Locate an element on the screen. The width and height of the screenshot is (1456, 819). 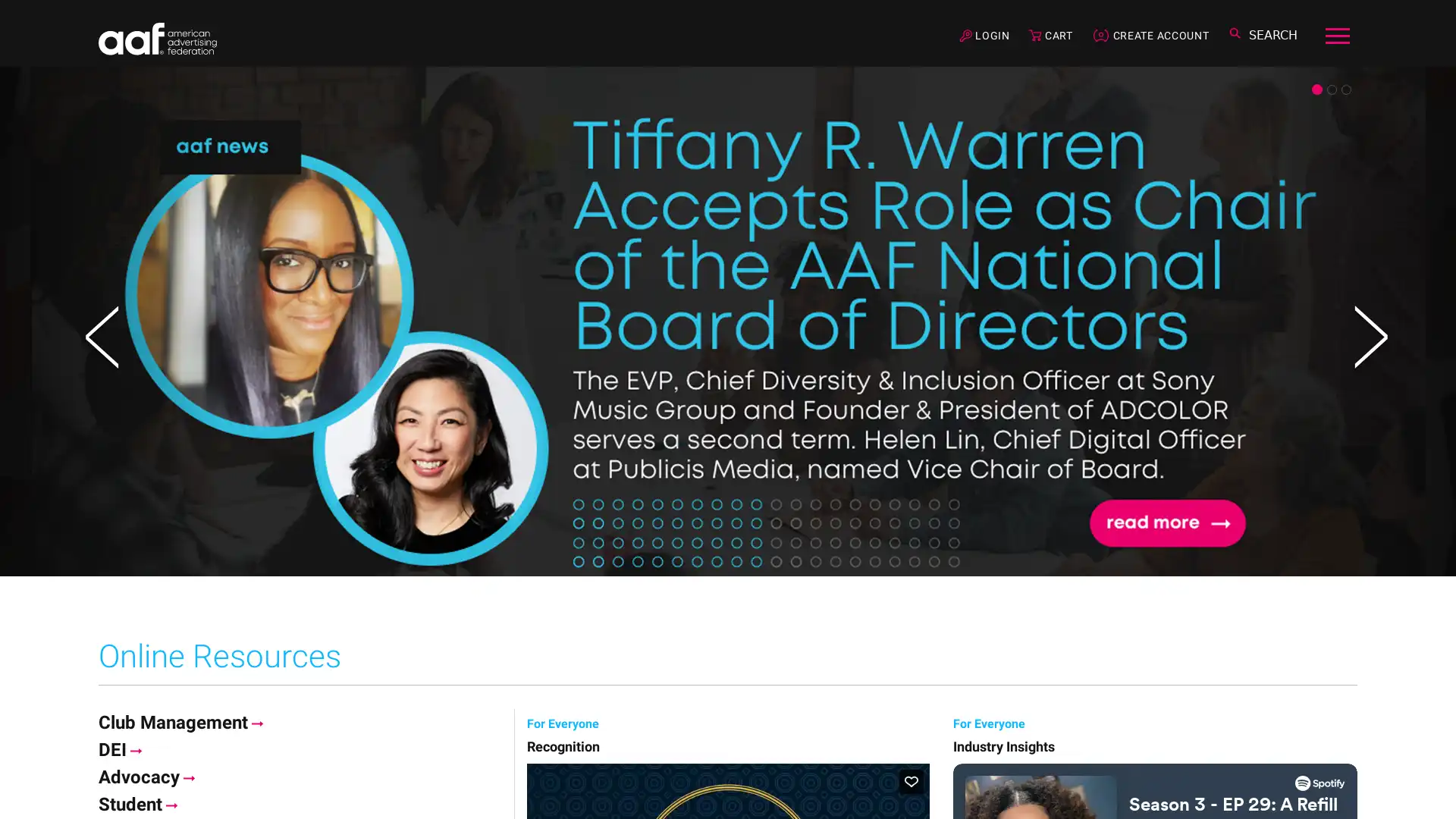
Toggle search is located at coordinates (1235, 34).